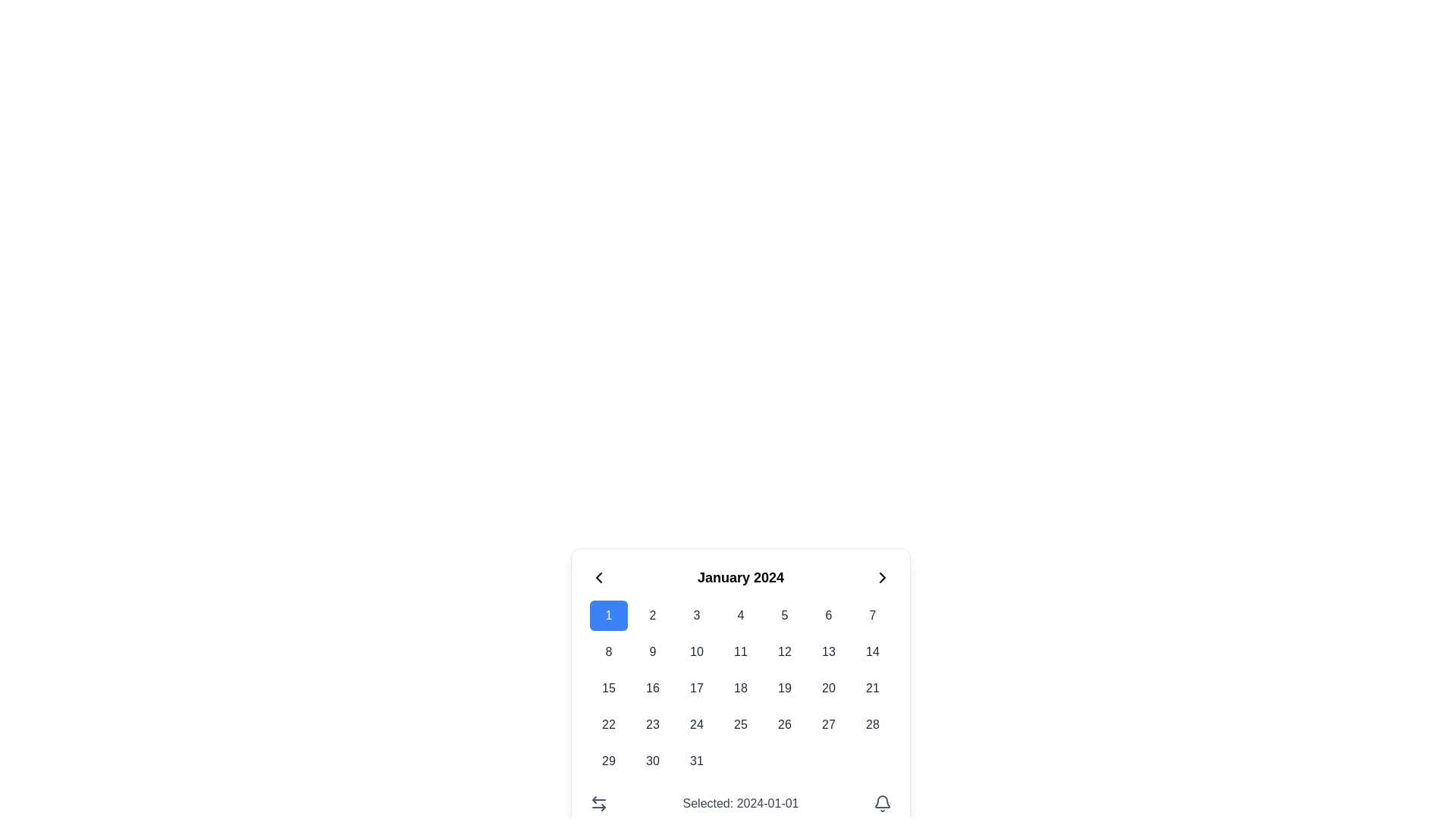  What do you see at coordinates (785, 651) in the screenshot?
I see `the button displaying the date '12' in the calendar grid` at bounding box center [785, 651].